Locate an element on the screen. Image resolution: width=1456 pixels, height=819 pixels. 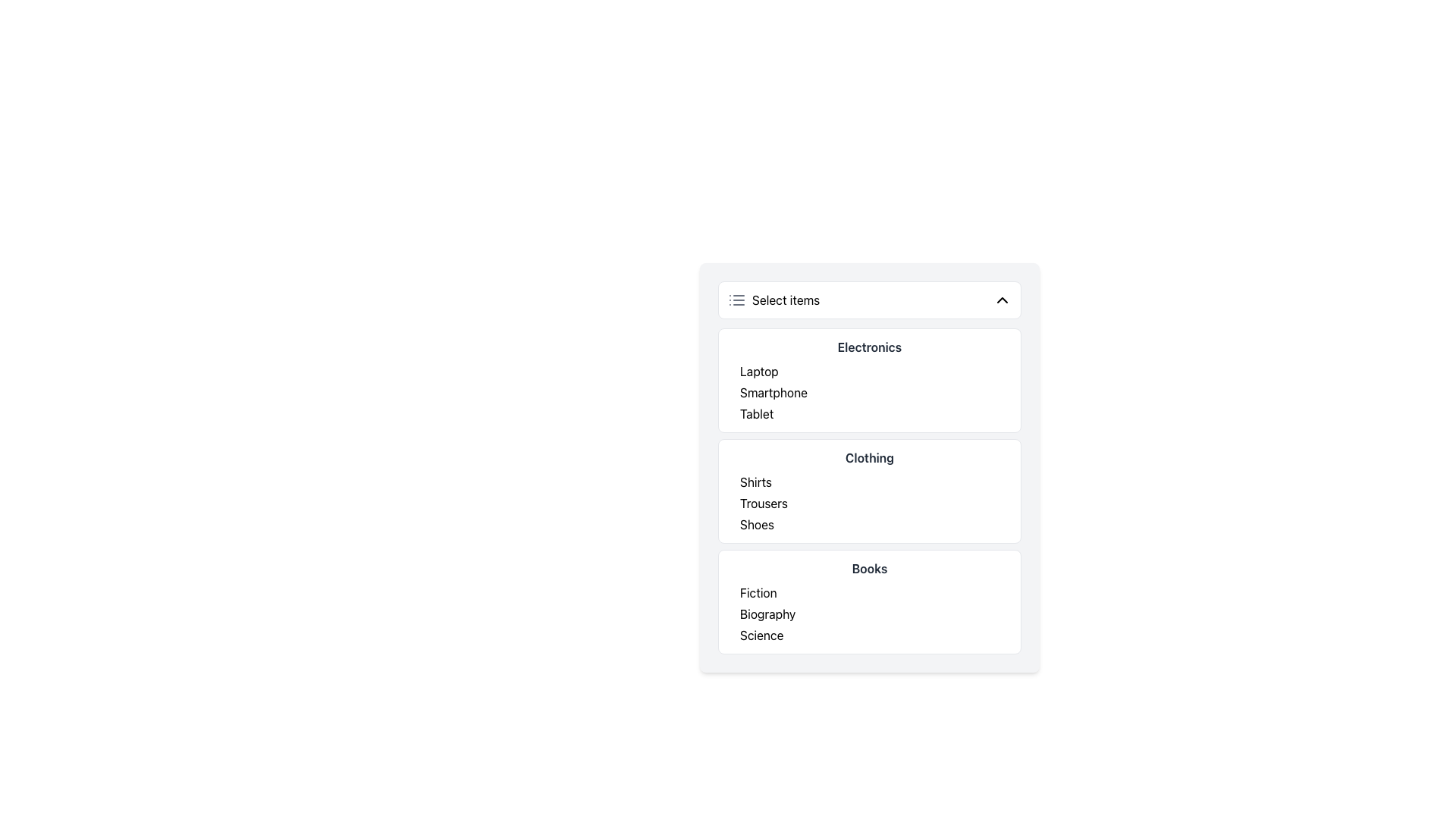
the 'Science' item in the selectable list under the 'Books' category is located at coordinates (876, 635).